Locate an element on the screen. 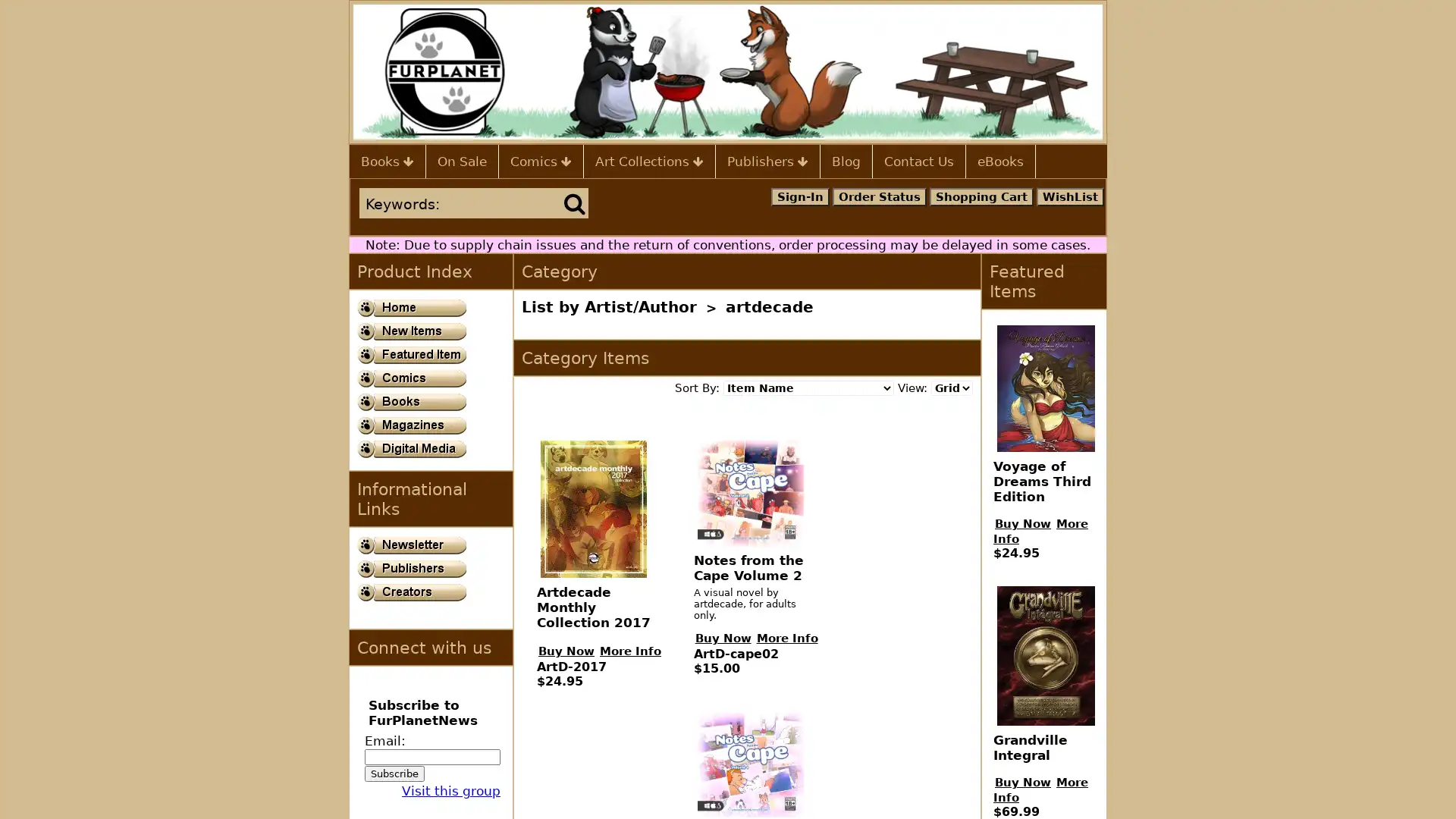 Image resolution: width=1456 pixels, height=819 pixels. Order Status is located at coordinates (880, 195).